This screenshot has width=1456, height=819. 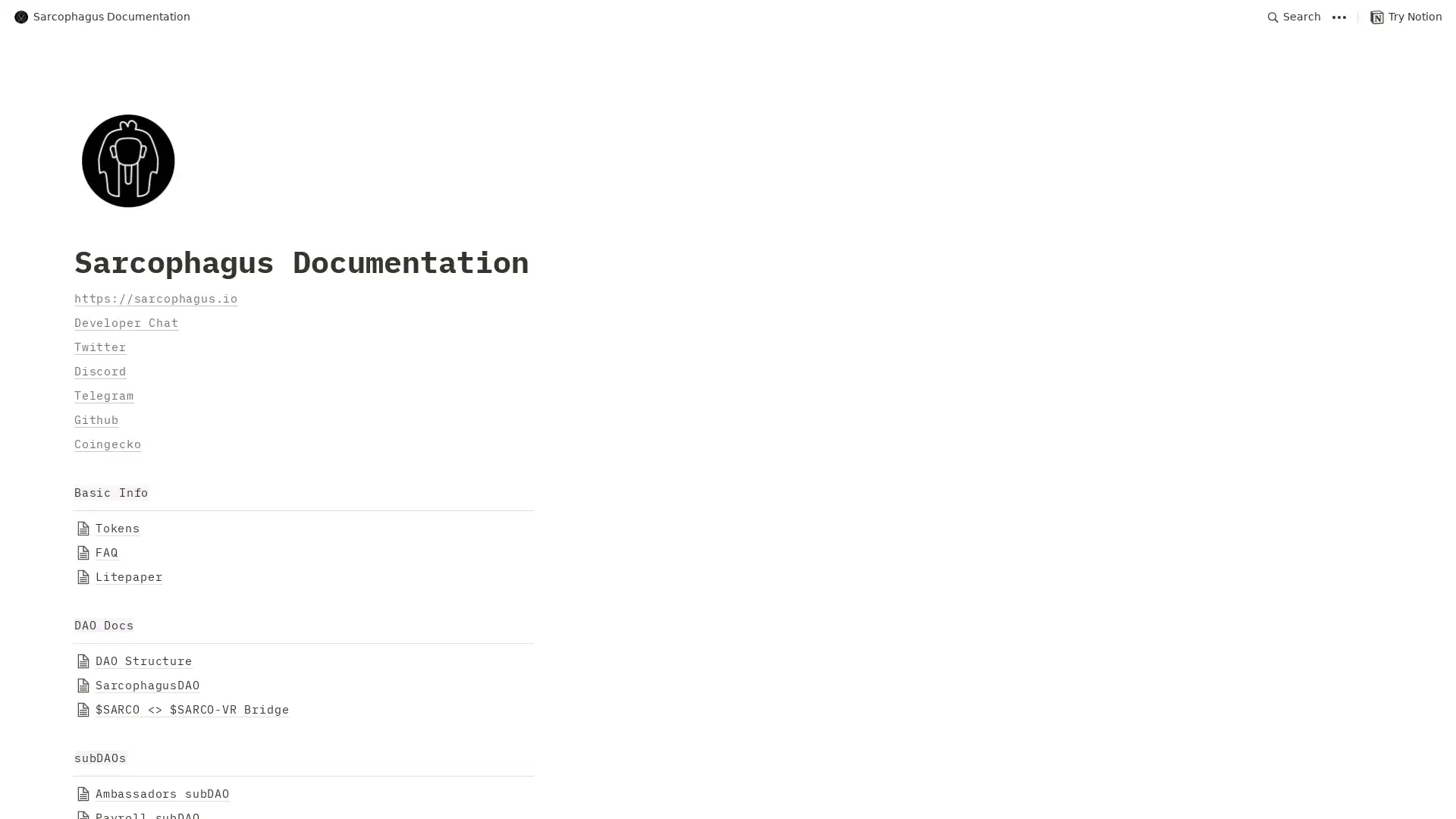 I want to click on Ambassadors subDAO, so click(x=728, y=792).